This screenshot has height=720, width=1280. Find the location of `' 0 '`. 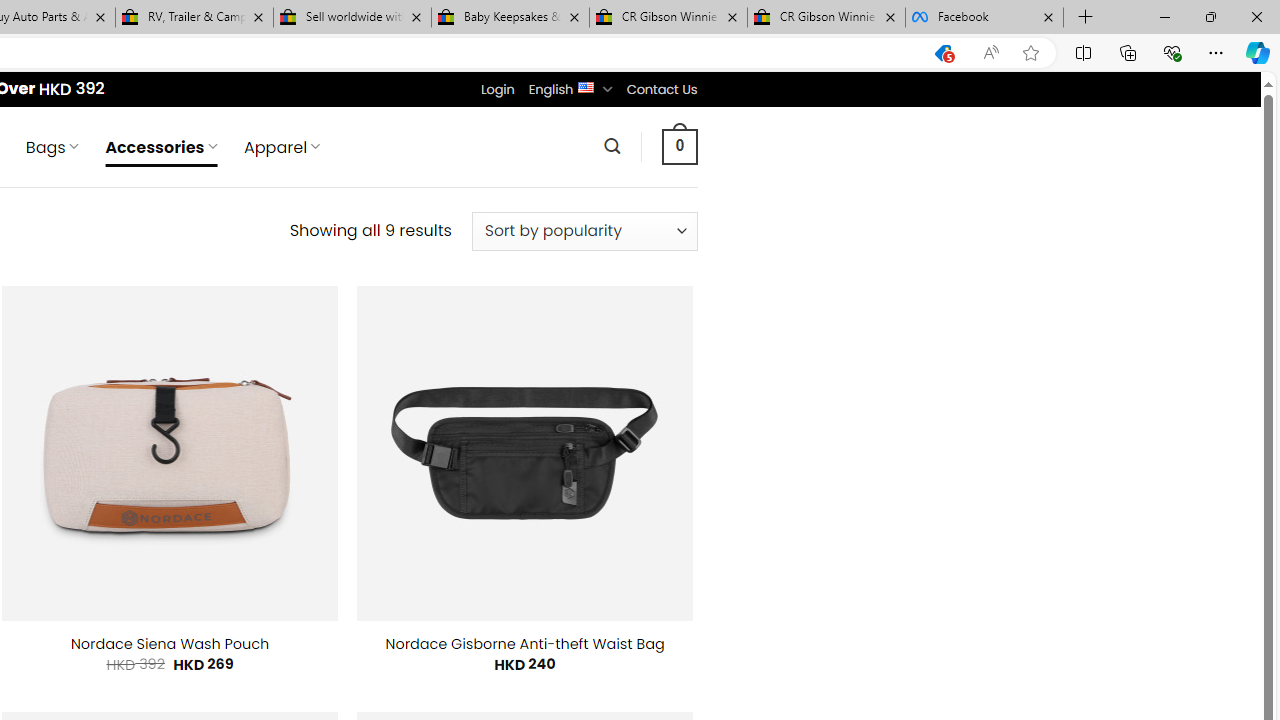

' 0 ' is located at coordinates (679, 145).